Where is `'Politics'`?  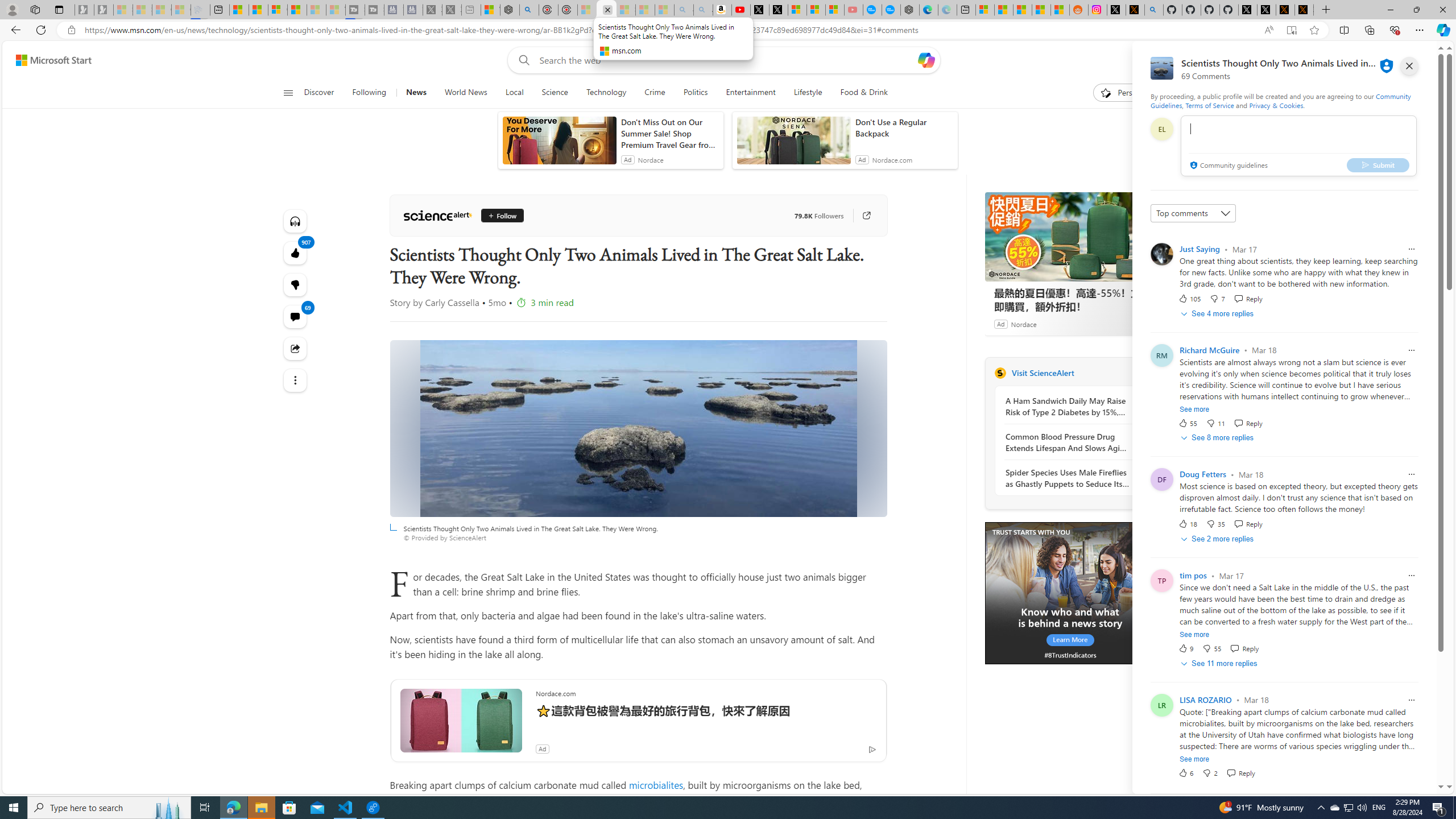
'Politics' is located at coordinates (695, 92).